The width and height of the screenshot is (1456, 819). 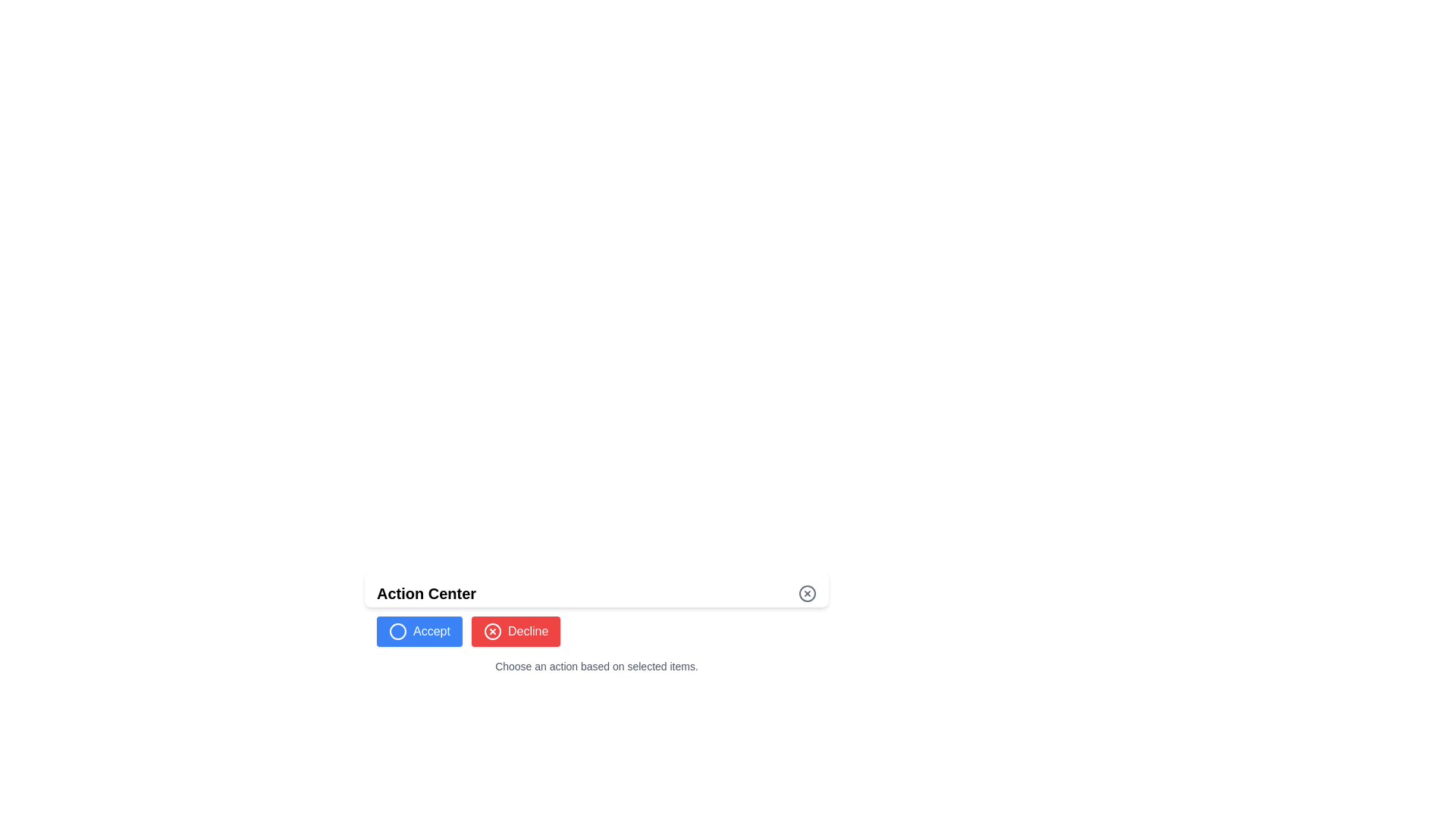 I want to click on the 'X' icon on the 'Decline' button to indicate decline, so click(x=492, y=632).